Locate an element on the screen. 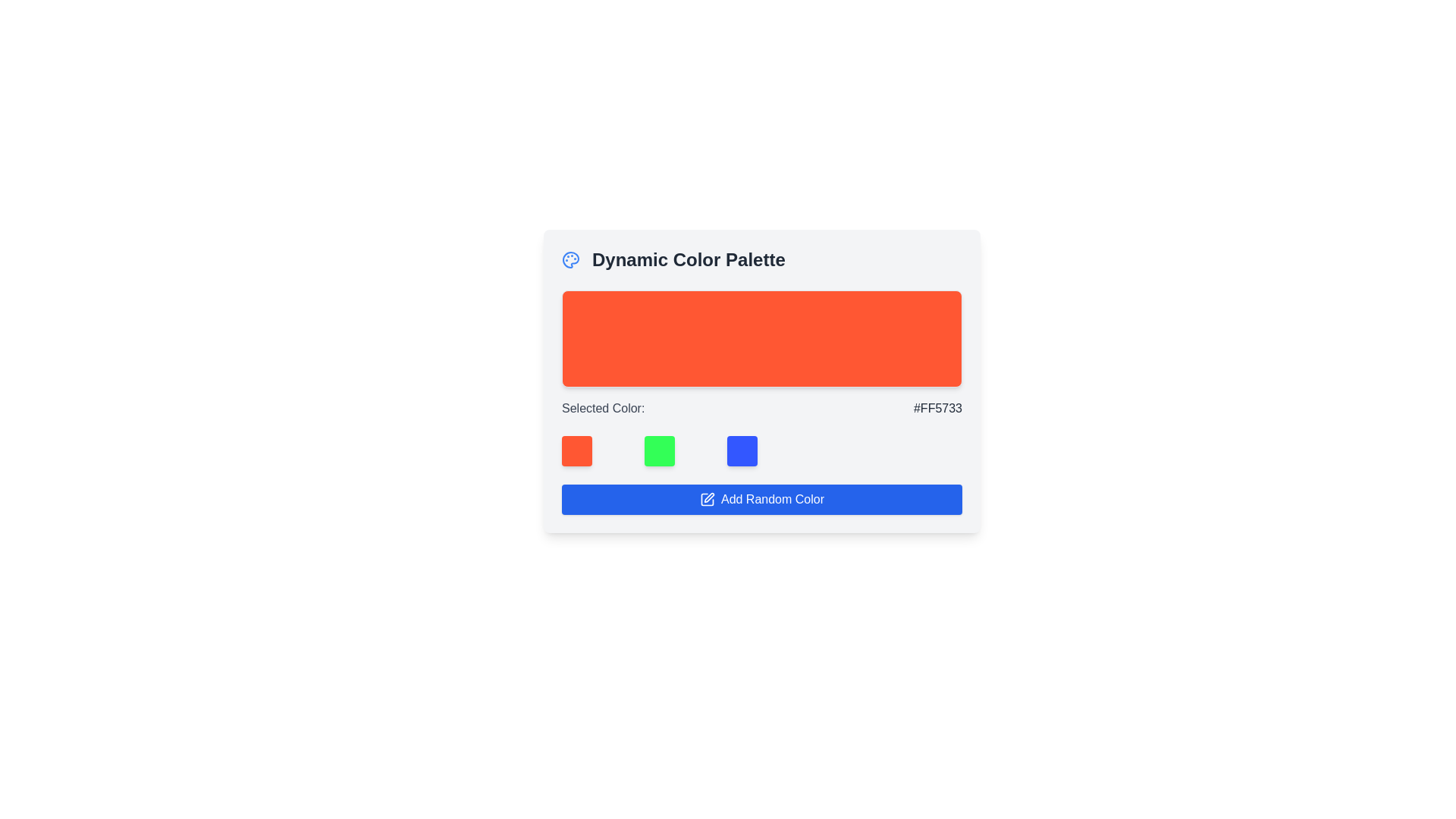 This screenshot has width=1456, height=819. the Vector graphic icon of a pen within the 'Dynamic Color Palette' SVG area, located at the top-left corner of the interface is located at coordinates (708, 497).